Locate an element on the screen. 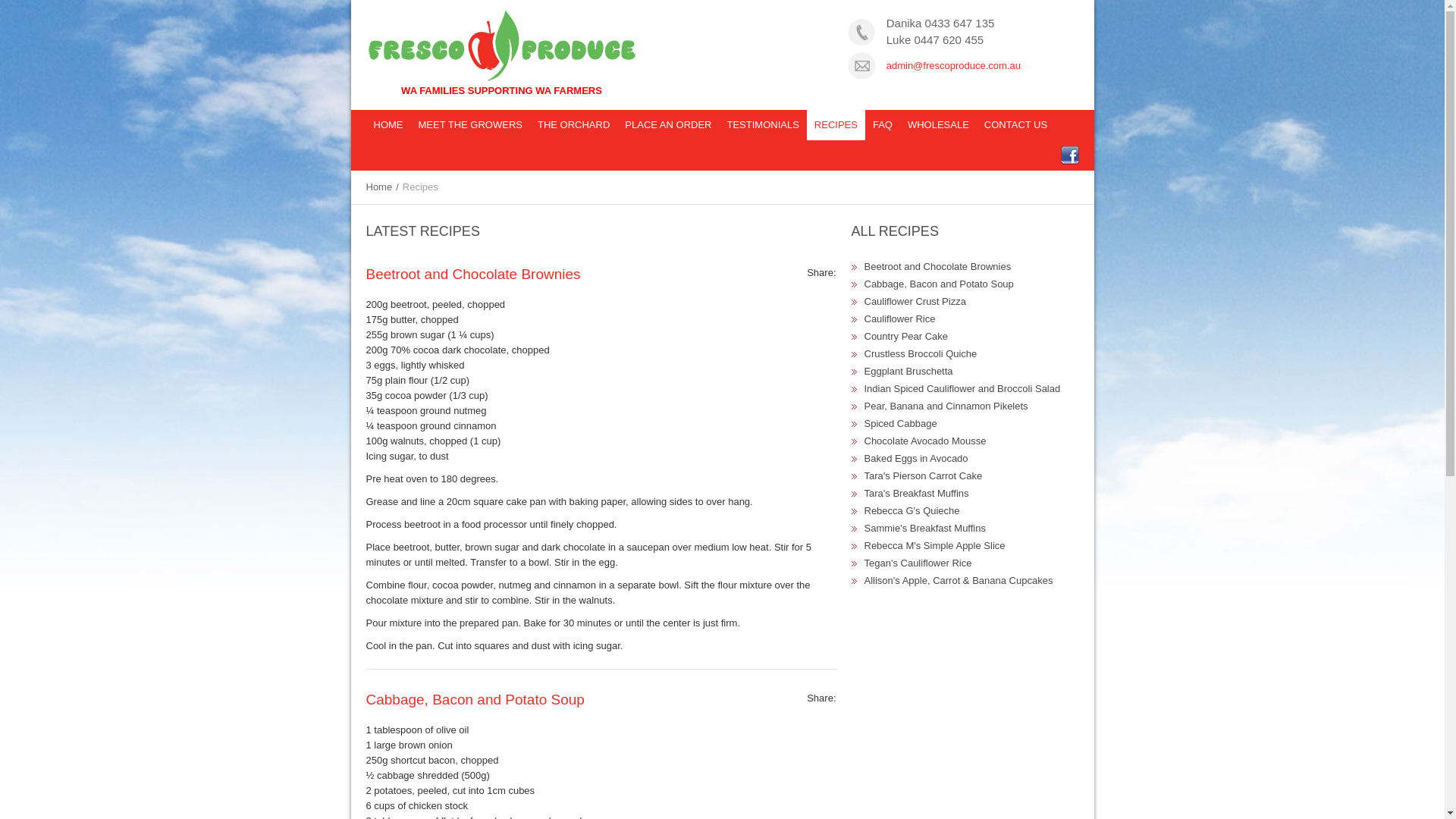 The width and height of the screenshot is (1456, 819). 'Crustless Broccoli Quiche' is located at coordinates (920, 353).